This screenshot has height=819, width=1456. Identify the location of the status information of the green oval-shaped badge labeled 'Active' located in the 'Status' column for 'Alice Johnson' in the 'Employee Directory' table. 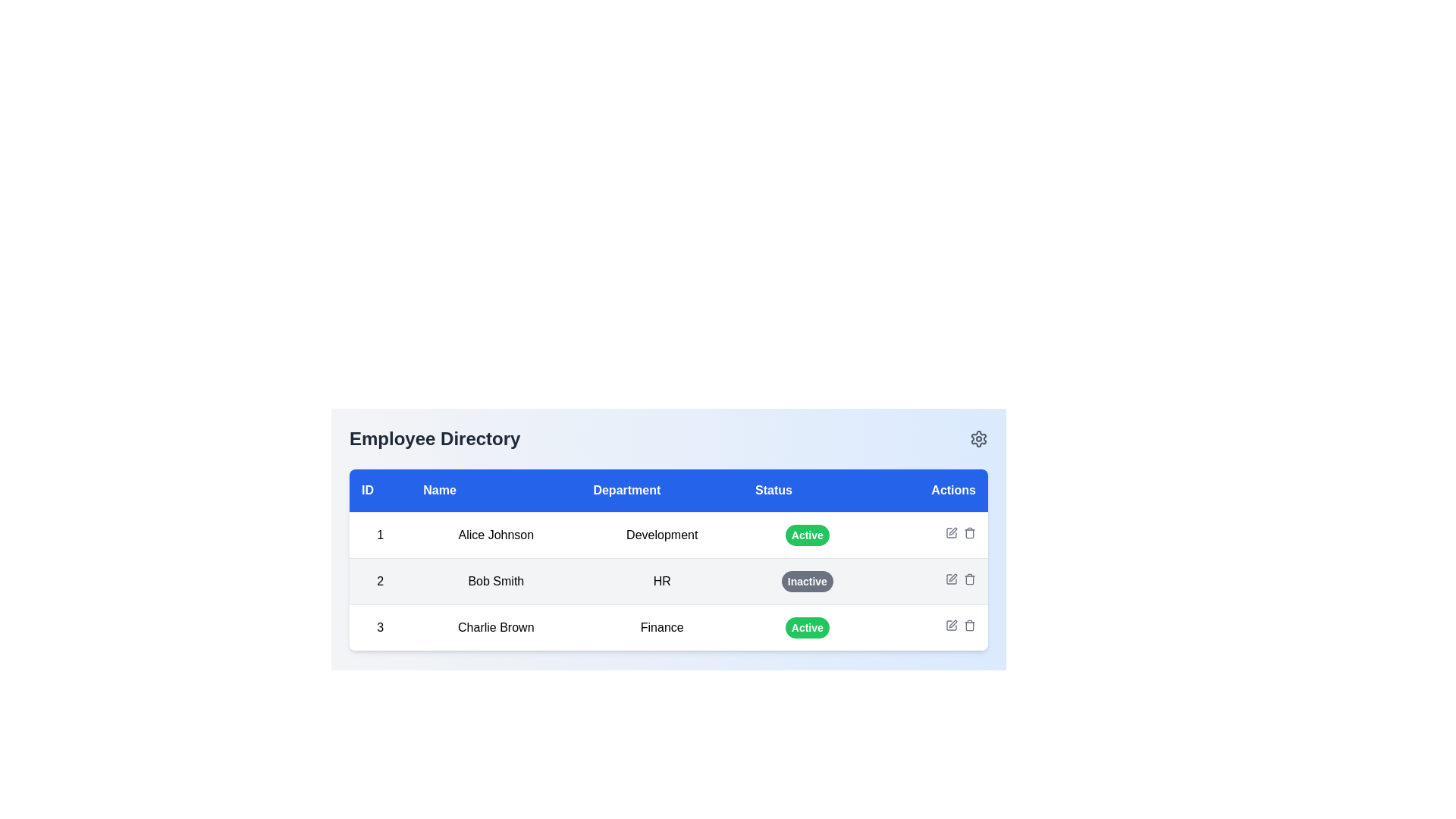
(806, 534).